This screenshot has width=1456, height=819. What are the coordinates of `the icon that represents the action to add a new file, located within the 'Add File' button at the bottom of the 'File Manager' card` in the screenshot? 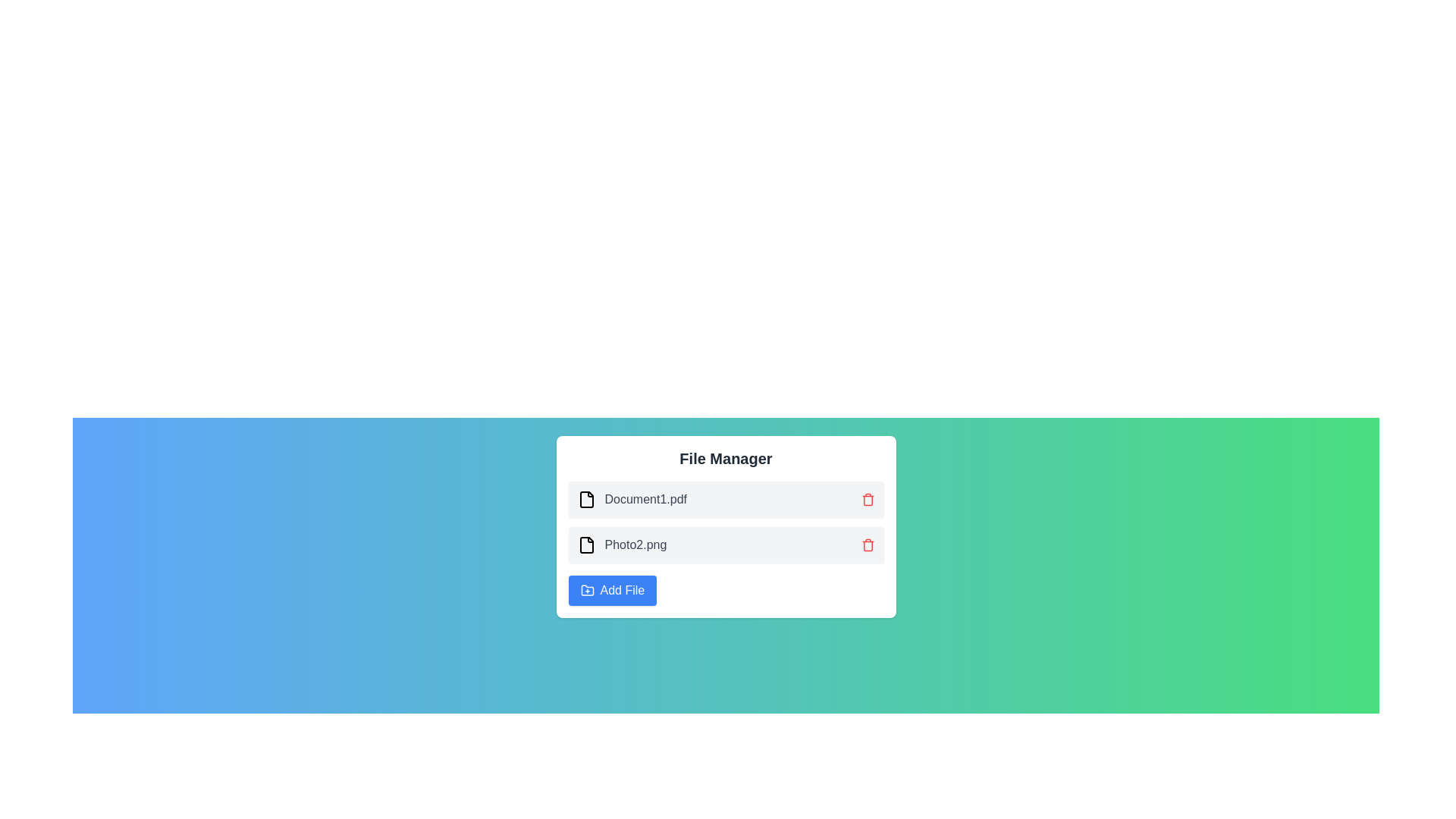 It's located at (586, 589).